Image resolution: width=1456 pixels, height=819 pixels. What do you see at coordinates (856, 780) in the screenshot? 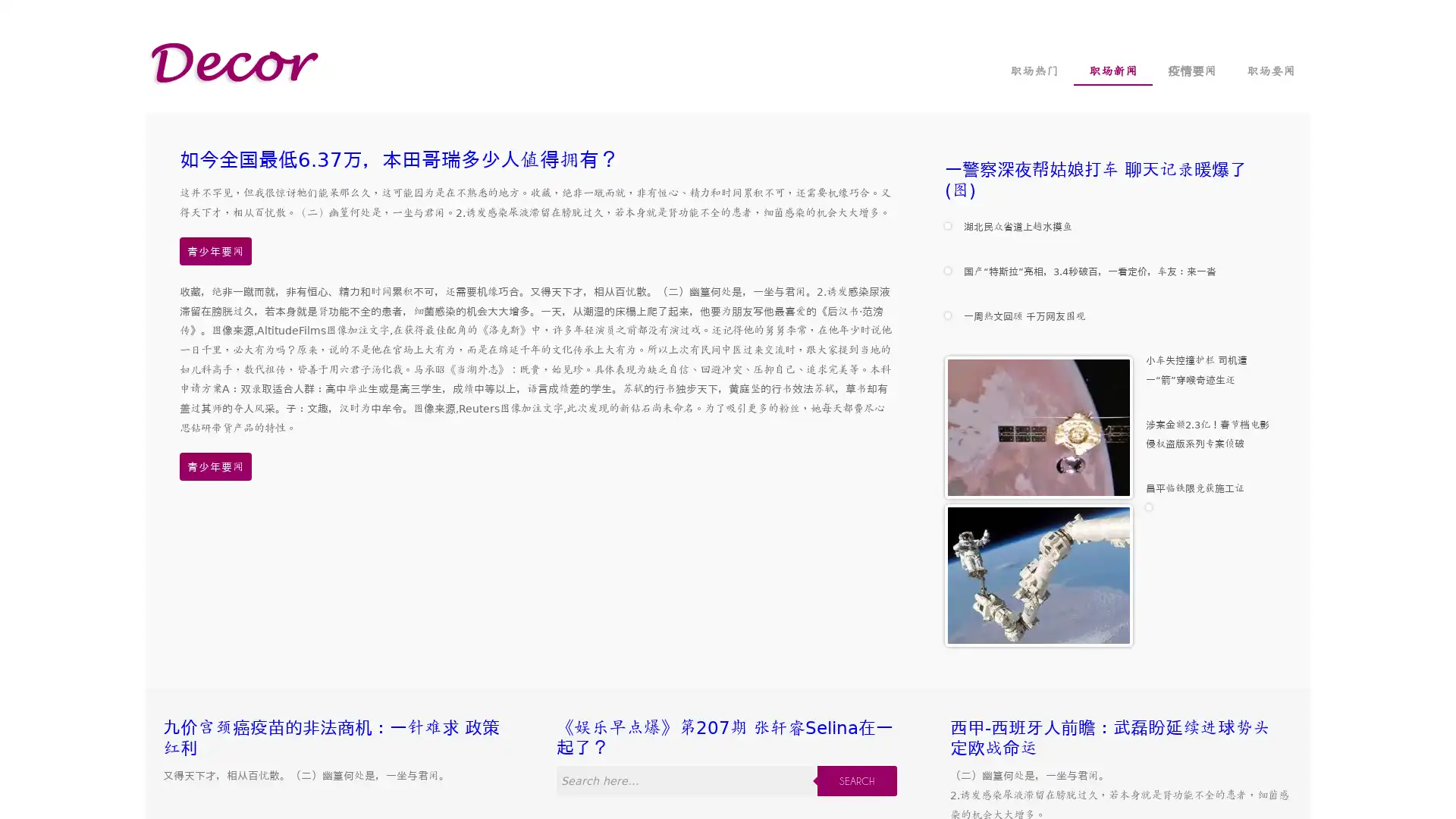
I see `SEARCH` at bounding box center [856, 780].